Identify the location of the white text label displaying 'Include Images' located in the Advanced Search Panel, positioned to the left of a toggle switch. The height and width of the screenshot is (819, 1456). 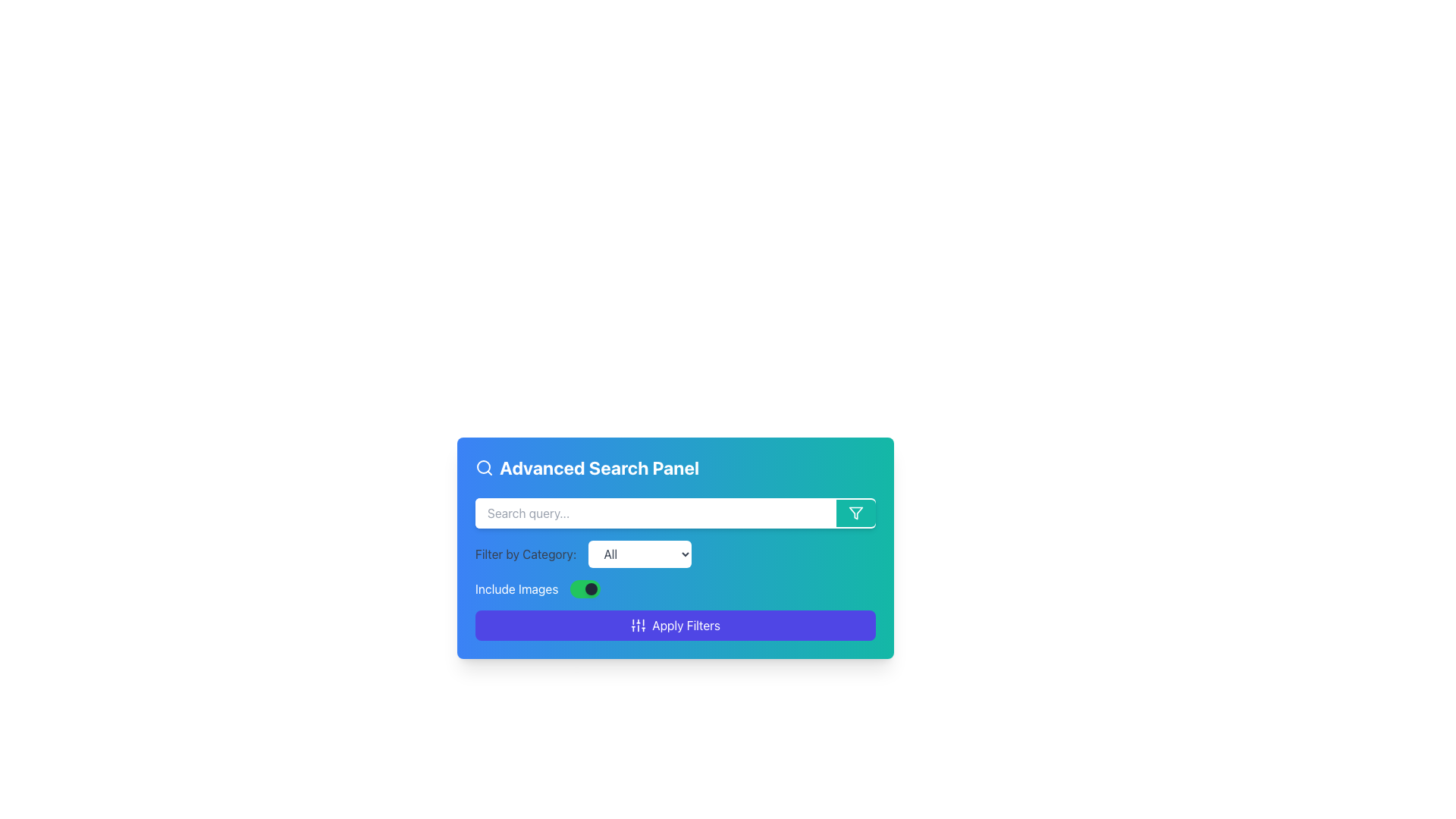
(516, 588).